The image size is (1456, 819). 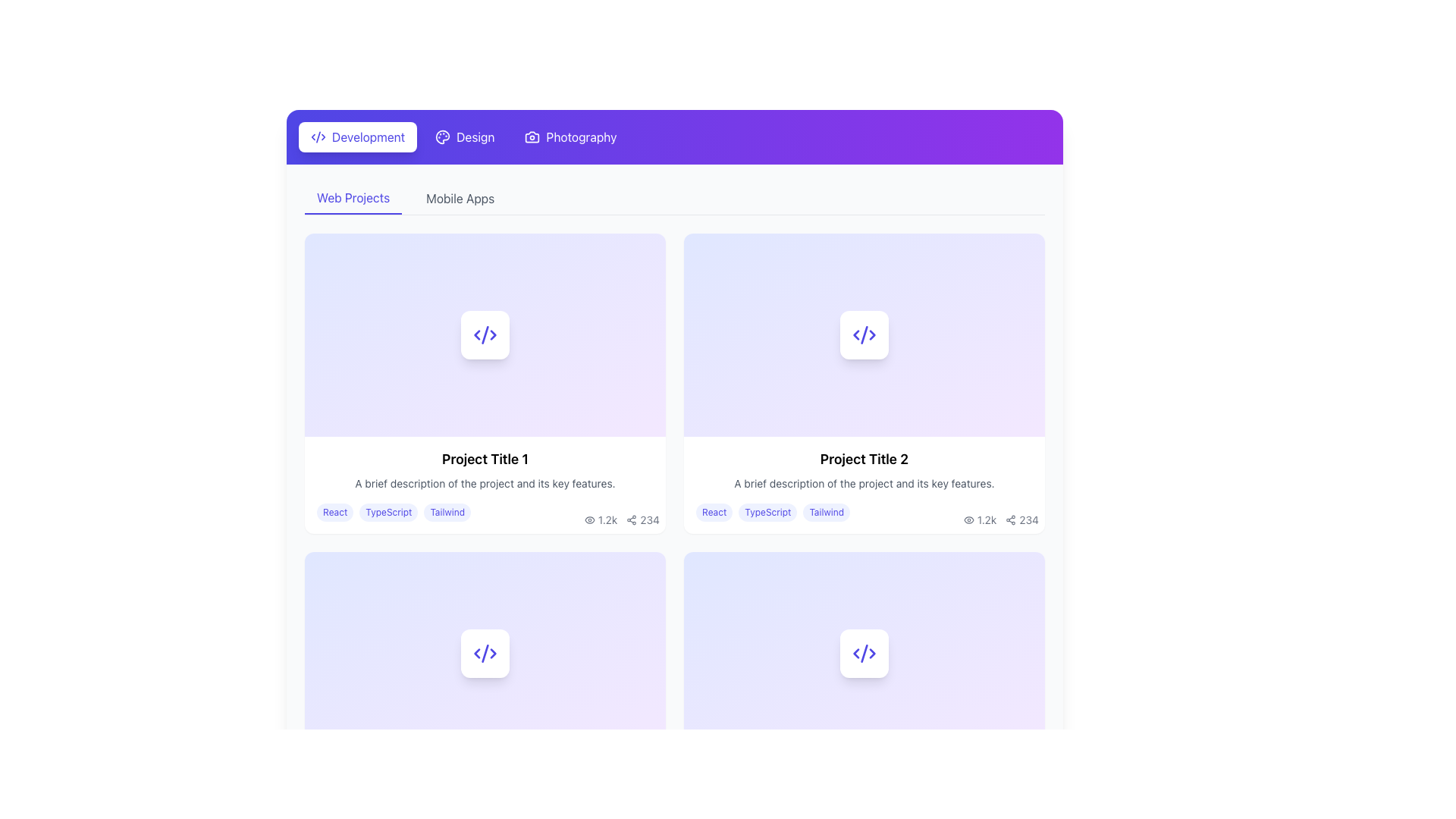 What do you see at coordinates (987, 519) in the screenshot?
I see `the static text displaying '1.2k', which is located in the footer of the card for 'Project Title 2', positioned to the right of an eye icon and before the text element showing '234'` at bounding box center [987, 519].